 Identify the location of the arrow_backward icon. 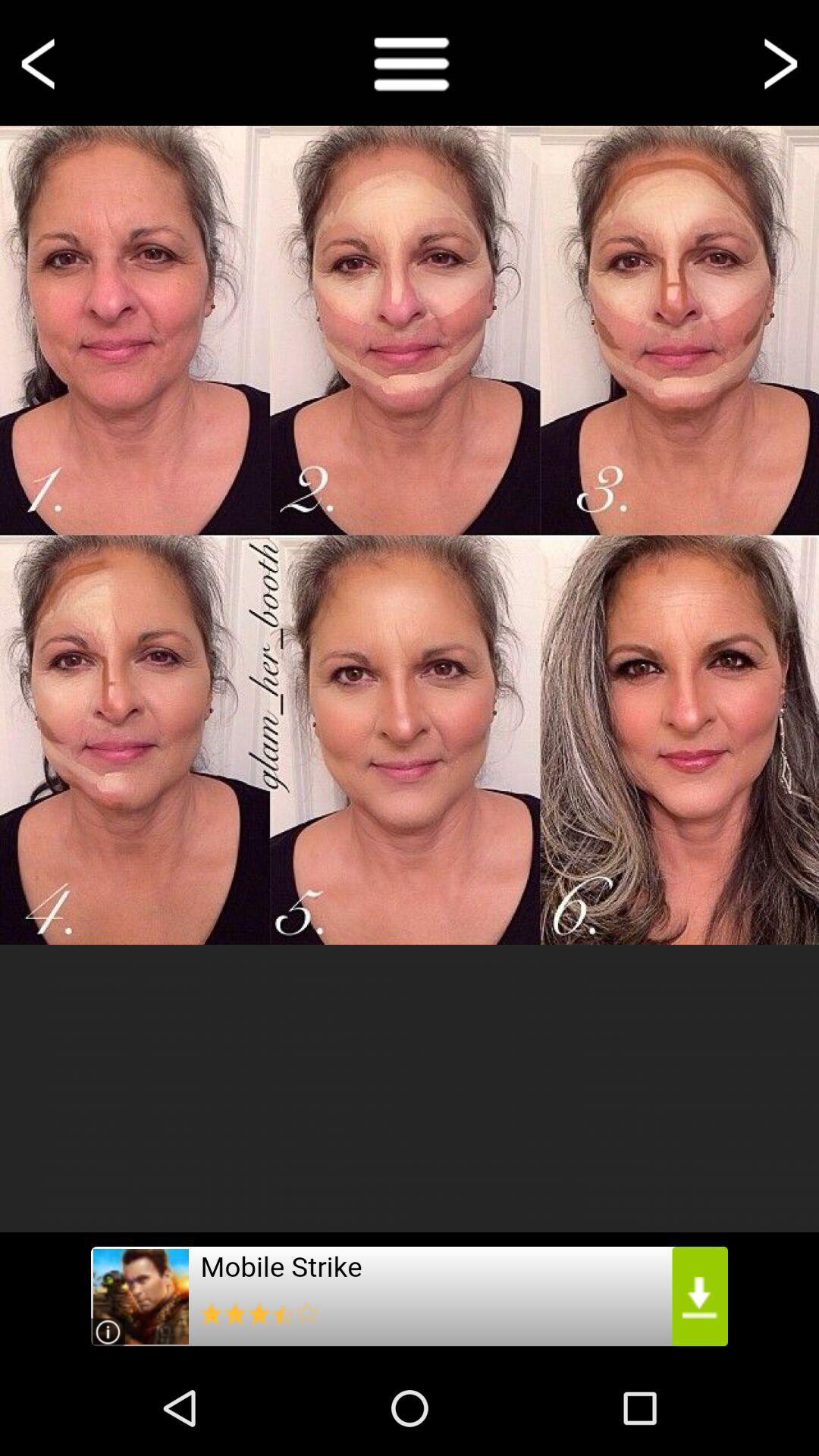
(40, 66).